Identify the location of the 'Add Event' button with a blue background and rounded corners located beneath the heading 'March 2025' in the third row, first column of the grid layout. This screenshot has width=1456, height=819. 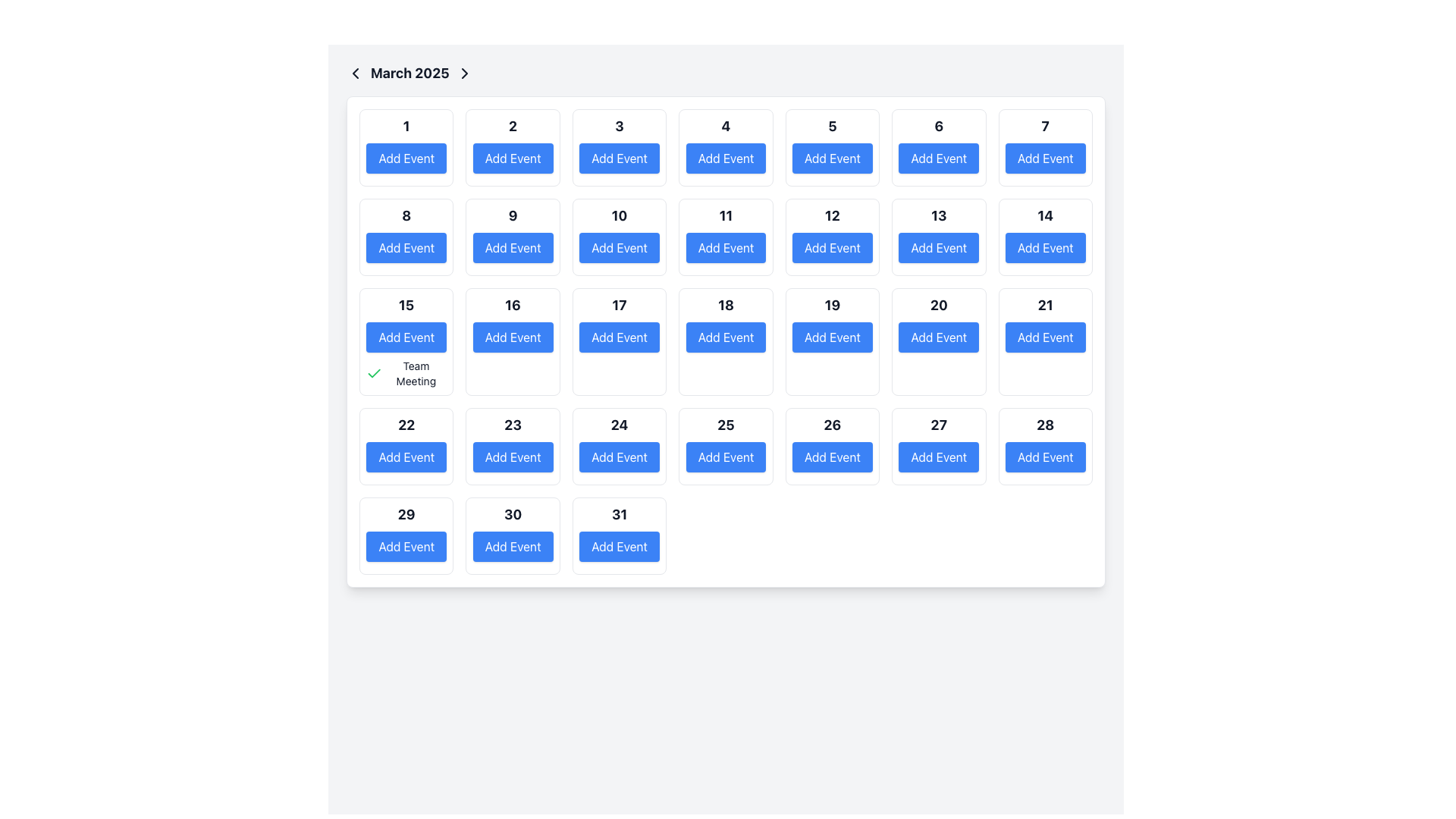
(406, 336).